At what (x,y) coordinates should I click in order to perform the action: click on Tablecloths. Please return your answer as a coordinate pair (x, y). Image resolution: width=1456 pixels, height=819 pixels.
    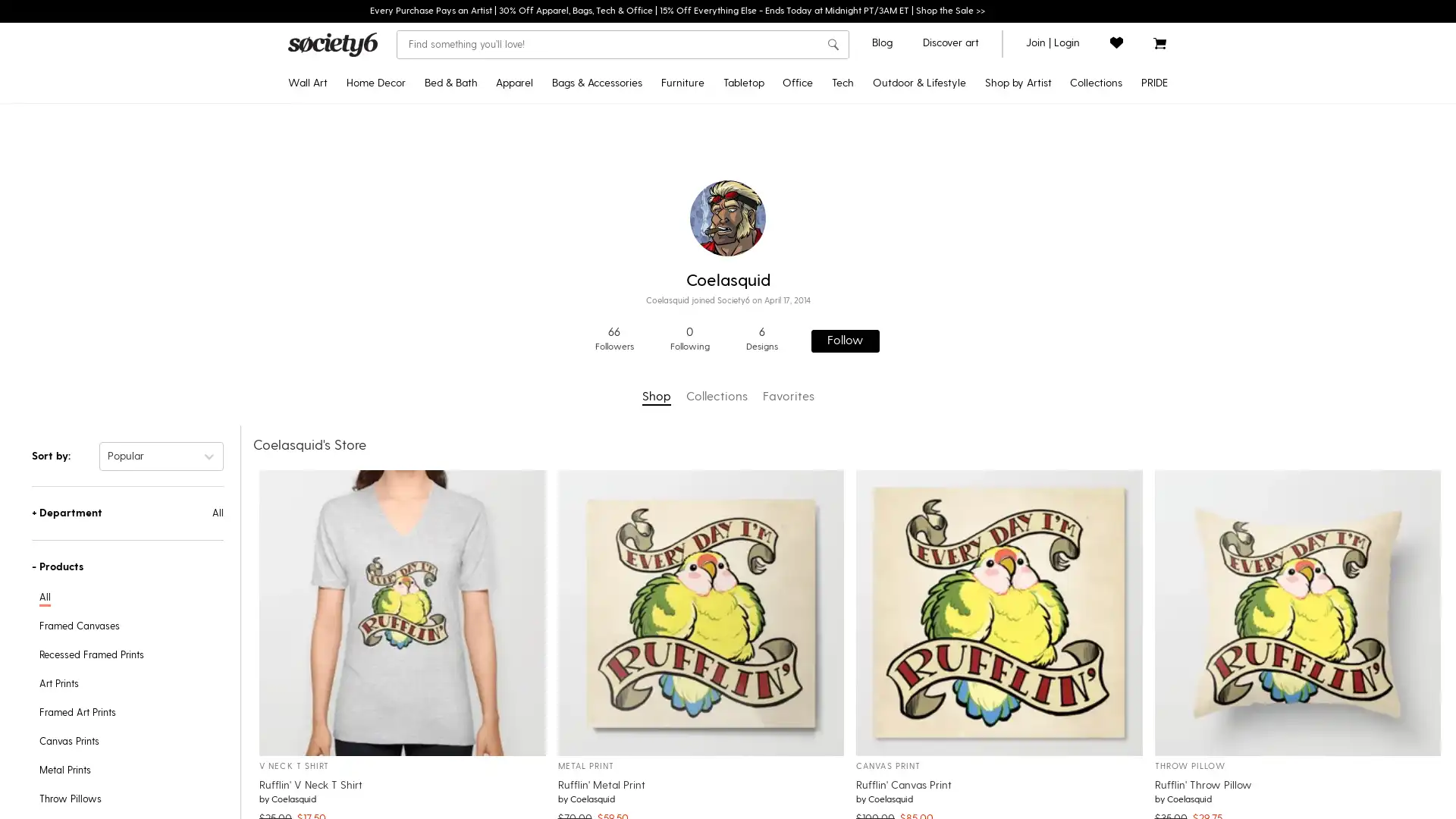
    Looking at the image, I should click on (771, 170).